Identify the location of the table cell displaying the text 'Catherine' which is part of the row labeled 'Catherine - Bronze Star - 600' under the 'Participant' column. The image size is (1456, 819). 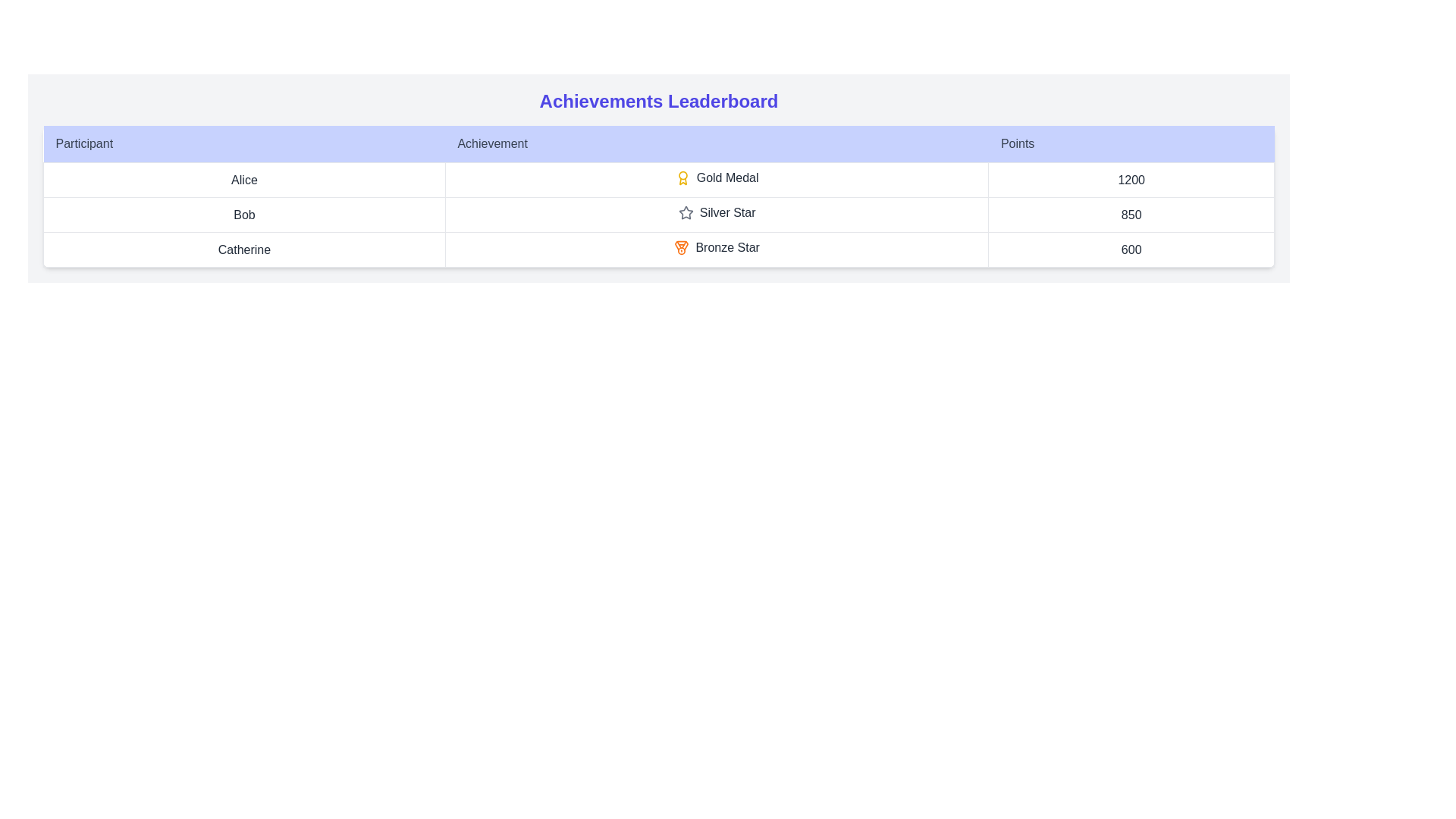
(244, 249).